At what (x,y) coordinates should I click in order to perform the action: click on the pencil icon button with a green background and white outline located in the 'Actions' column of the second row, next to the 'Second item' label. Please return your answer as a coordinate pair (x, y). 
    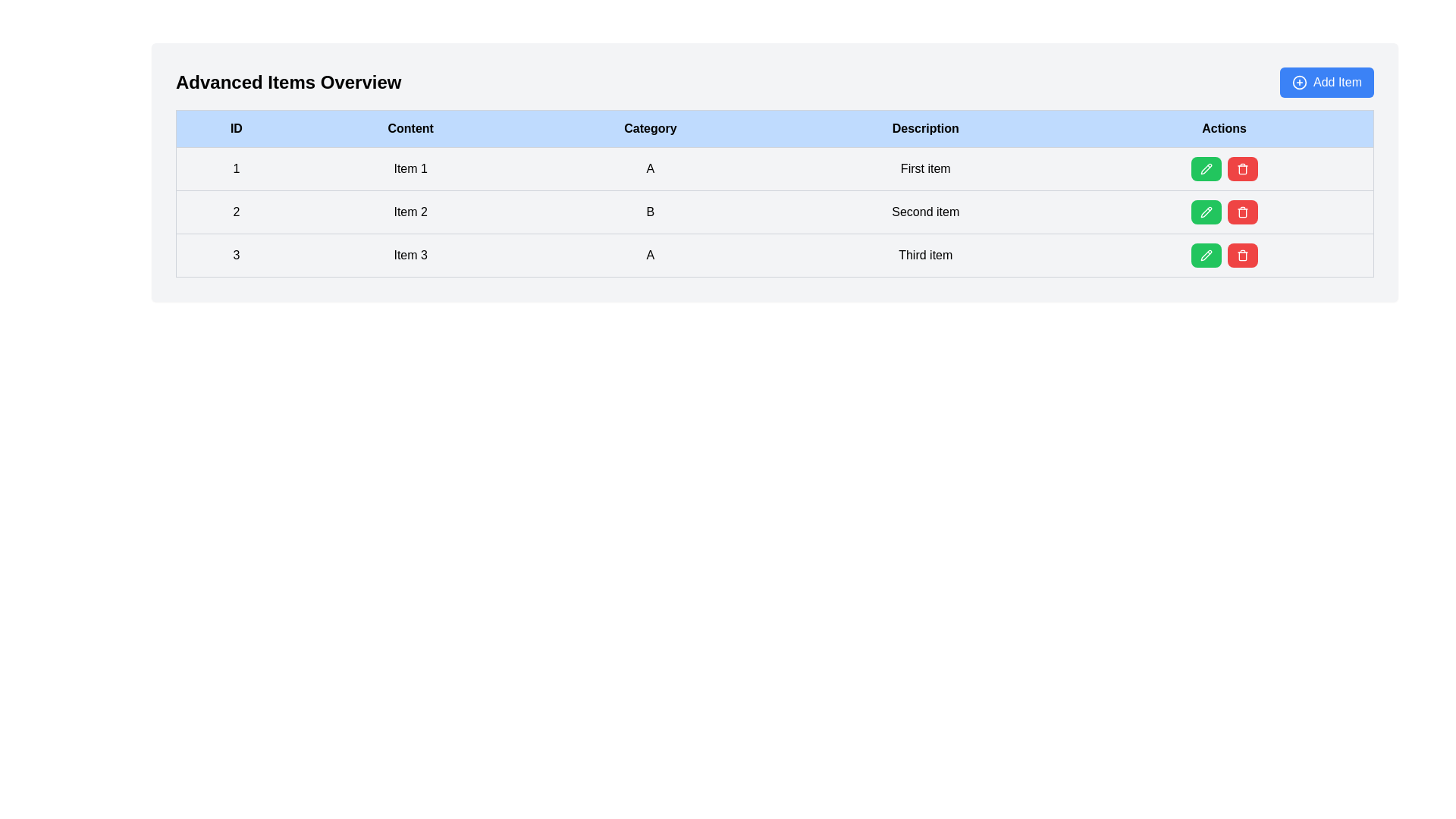
    Looking at the image, I should click on (1205, 212).